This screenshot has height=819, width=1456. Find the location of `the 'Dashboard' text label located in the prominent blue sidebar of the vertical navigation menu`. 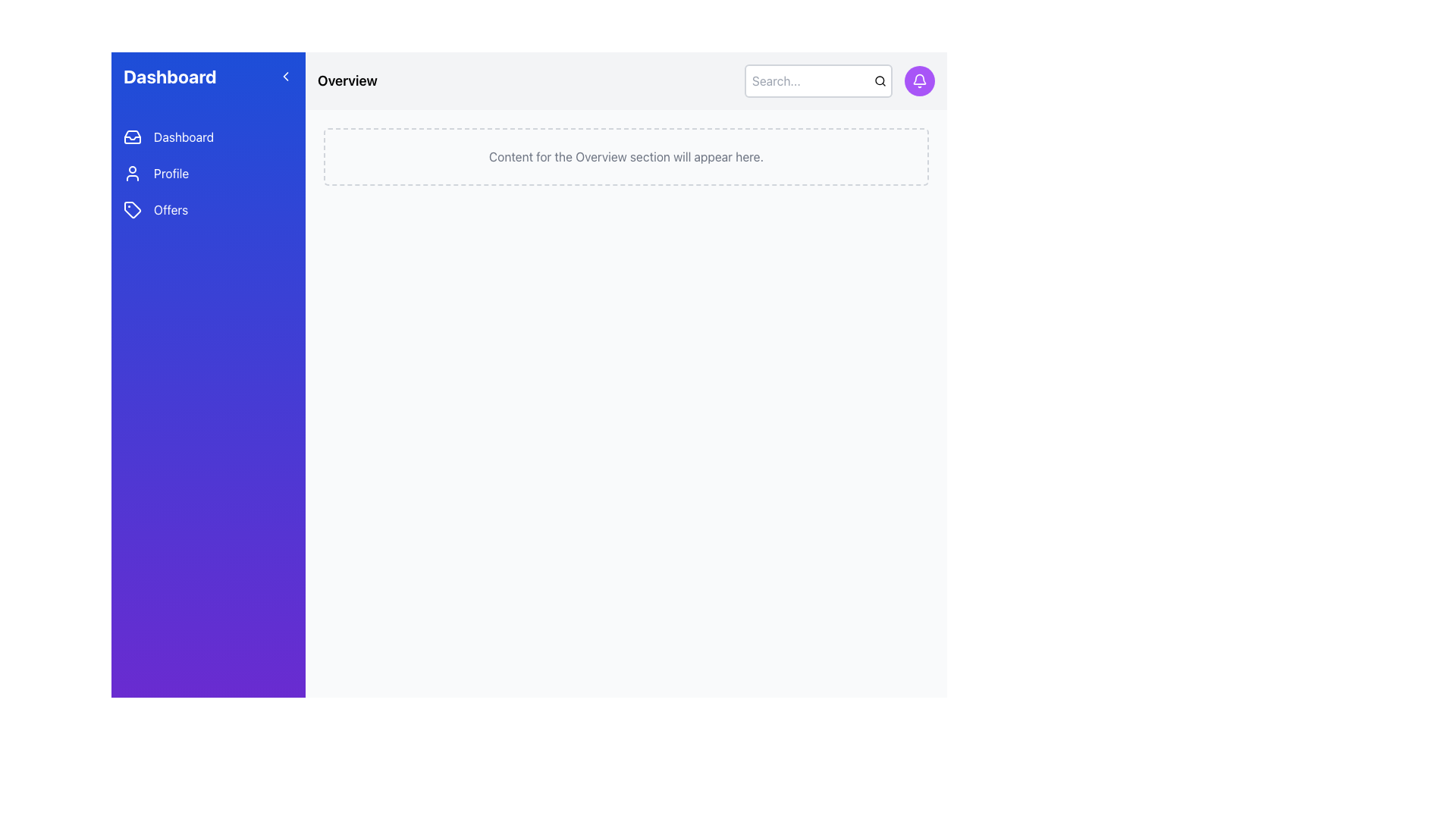

the 'Dashboard' text label located in the prominent blue sidebar of the vertical navigation menu is located at coordinates (183, 137).